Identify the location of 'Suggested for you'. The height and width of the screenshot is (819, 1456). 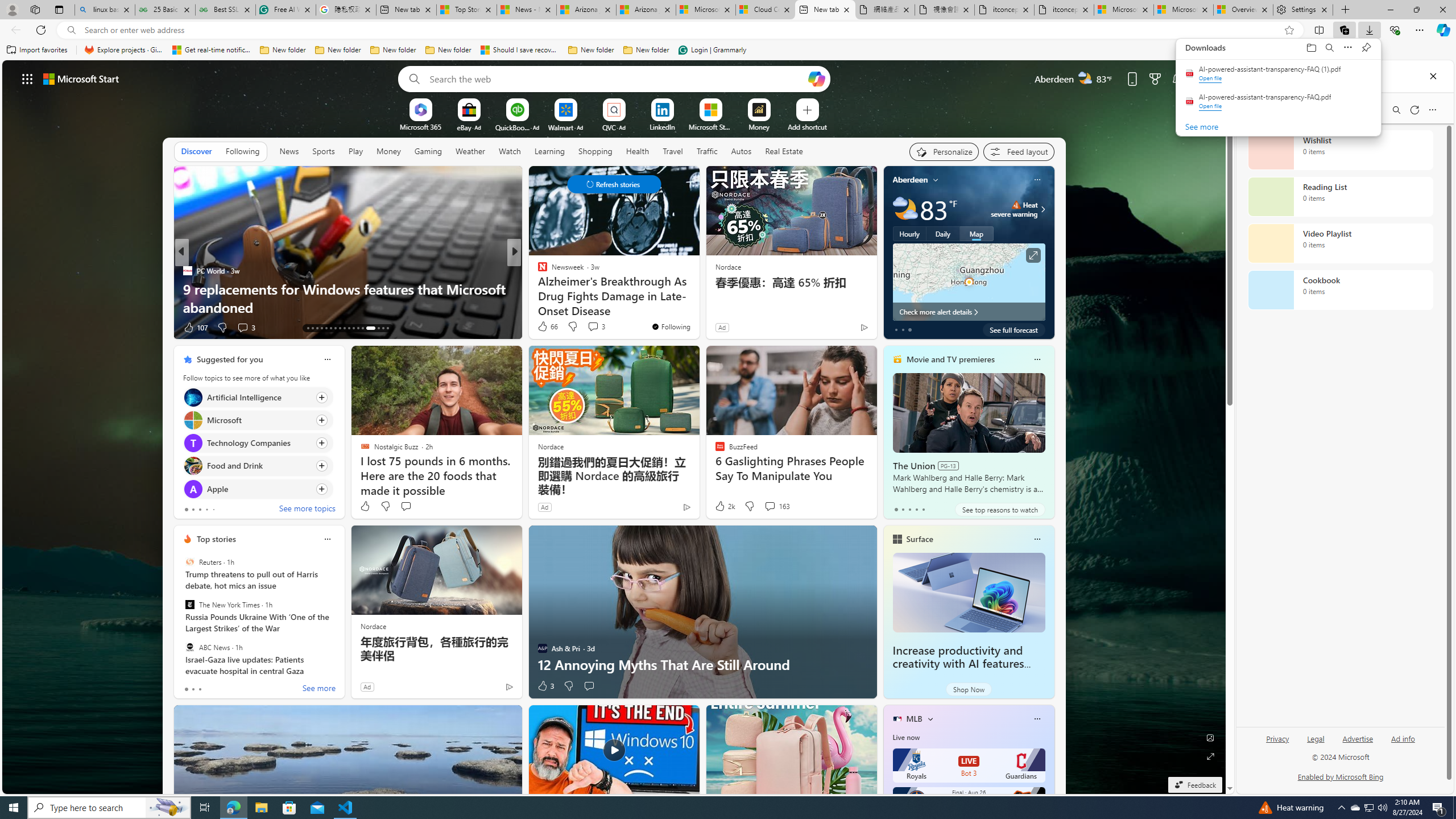
(229, 359).